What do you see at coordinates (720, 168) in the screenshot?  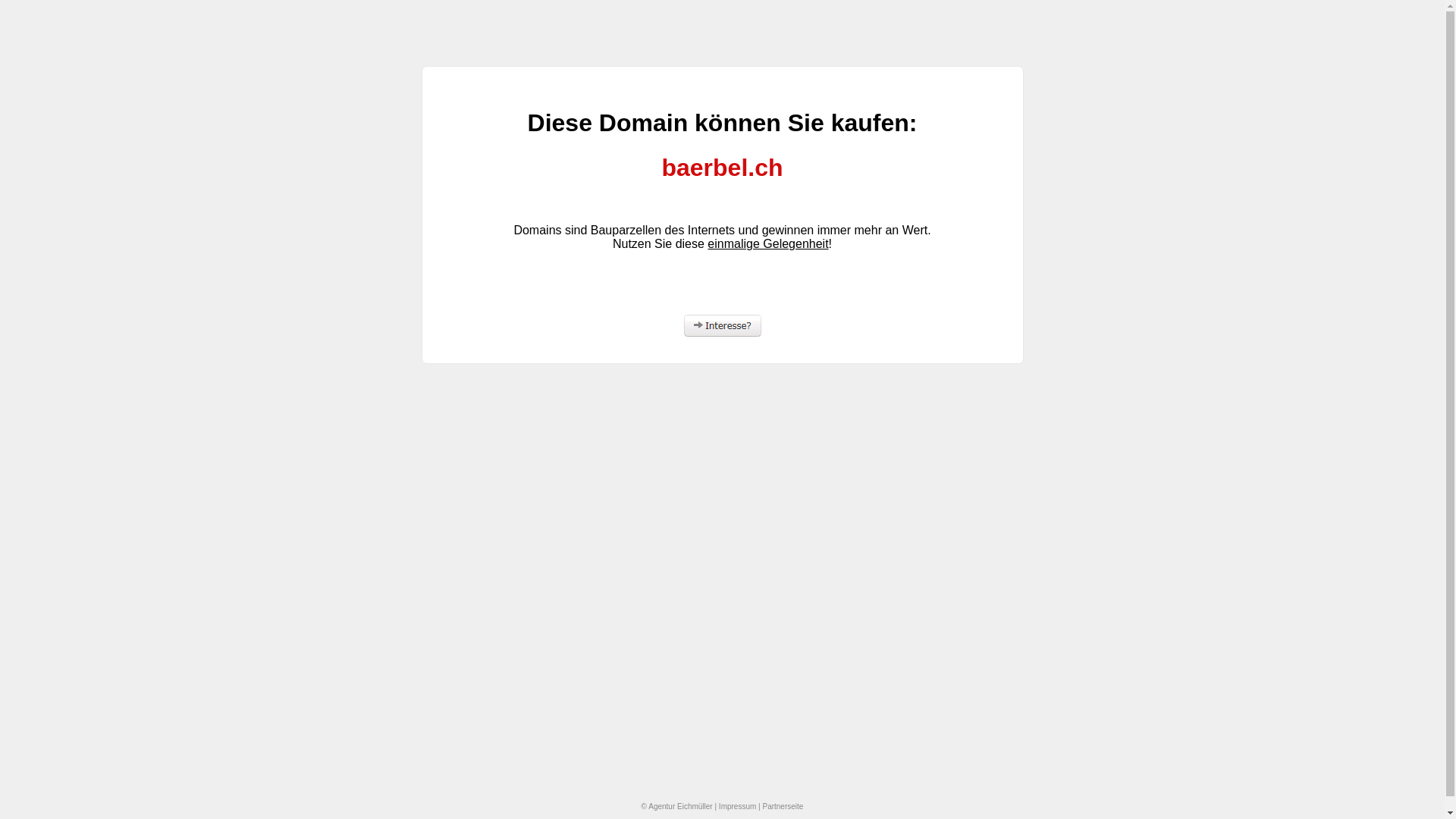 I see `'baerbel.ch'` at bounding box center [720, 168].